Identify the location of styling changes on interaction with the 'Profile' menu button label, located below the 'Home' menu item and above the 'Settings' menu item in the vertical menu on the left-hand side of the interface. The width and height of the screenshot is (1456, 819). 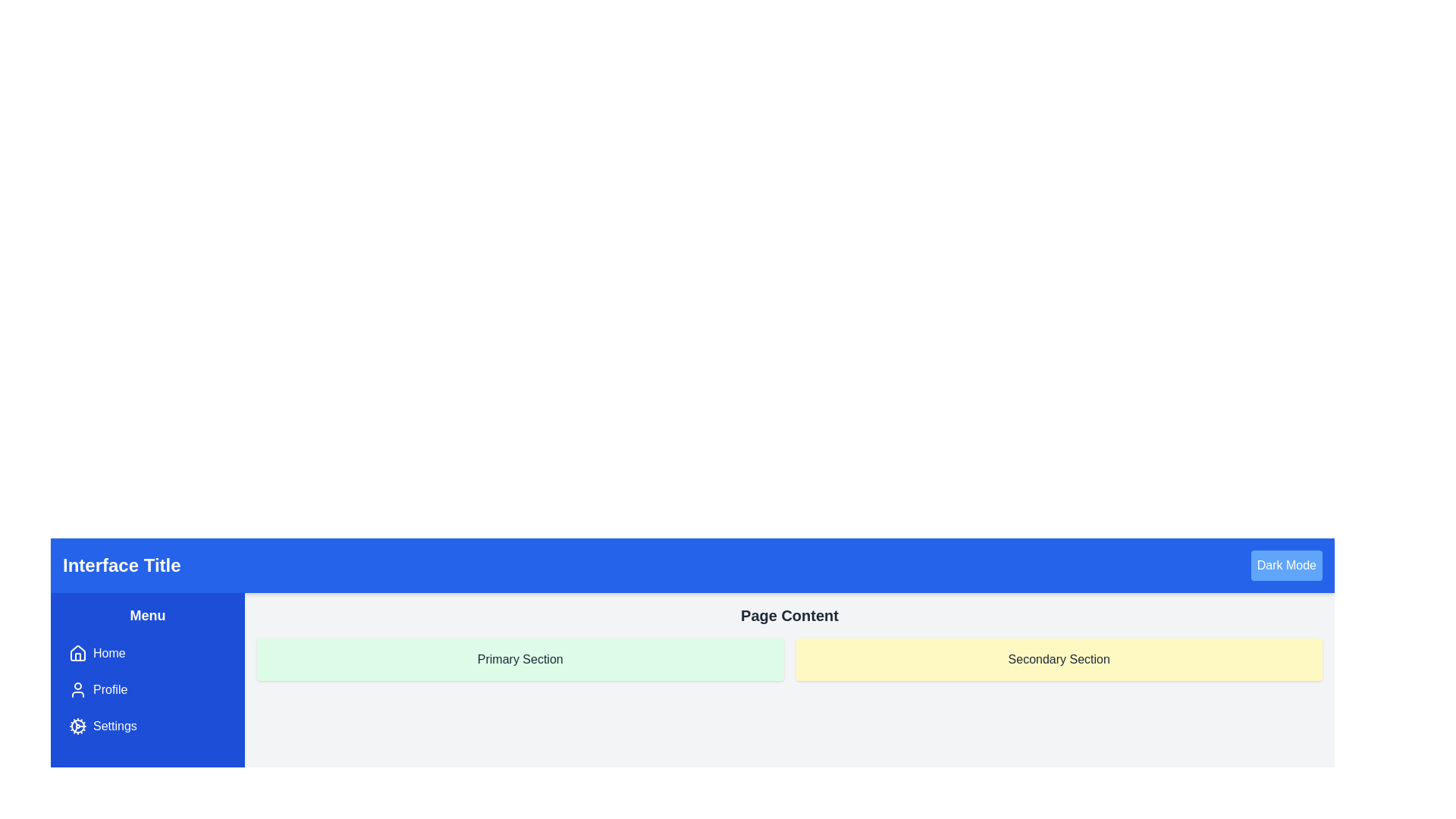
(109, 690).